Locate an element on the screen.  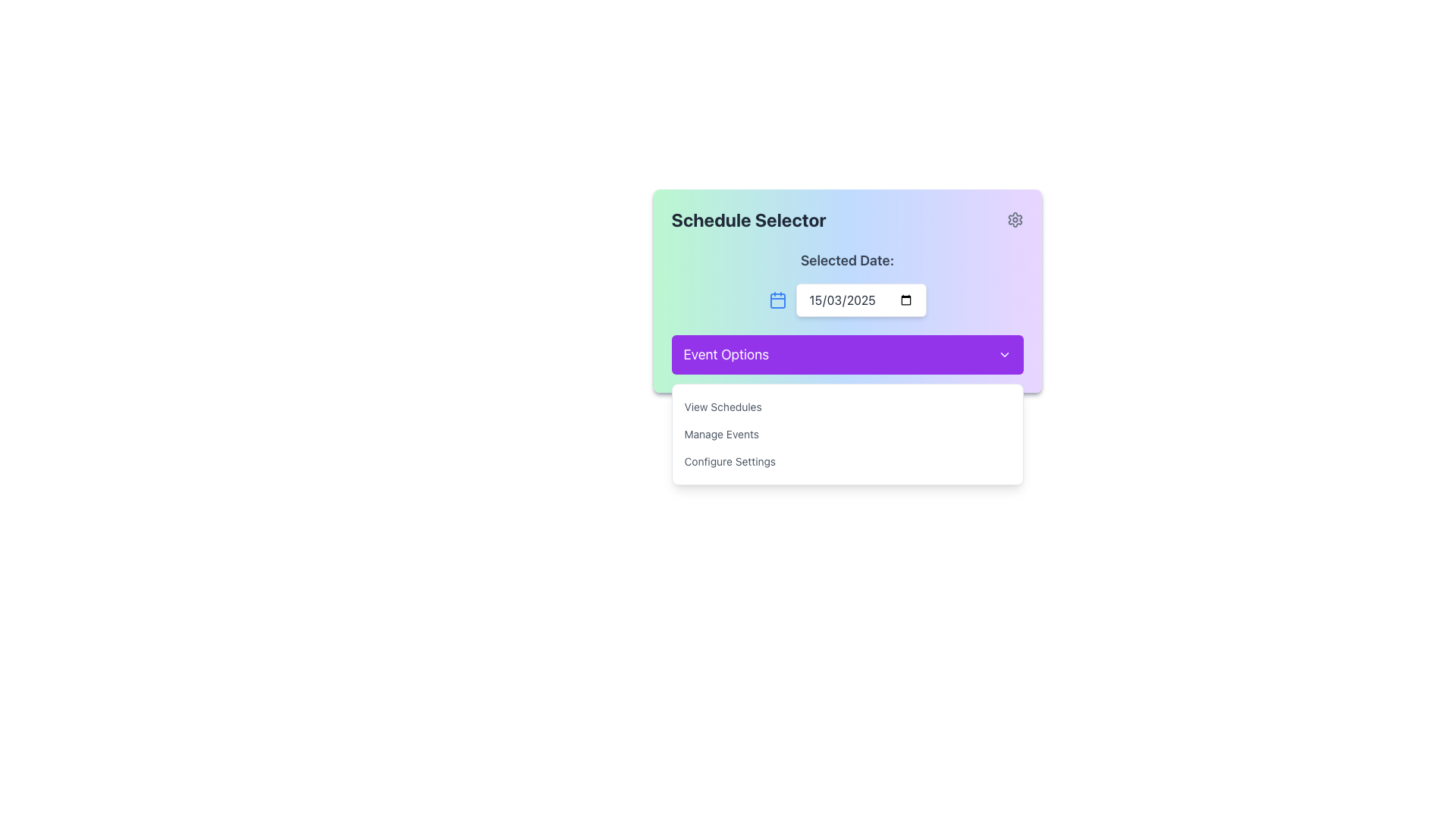
the settings icon, which is a gear icon located at the top-right corner of the 'Schedule Selector' section is located at coordinates (1015, 219).